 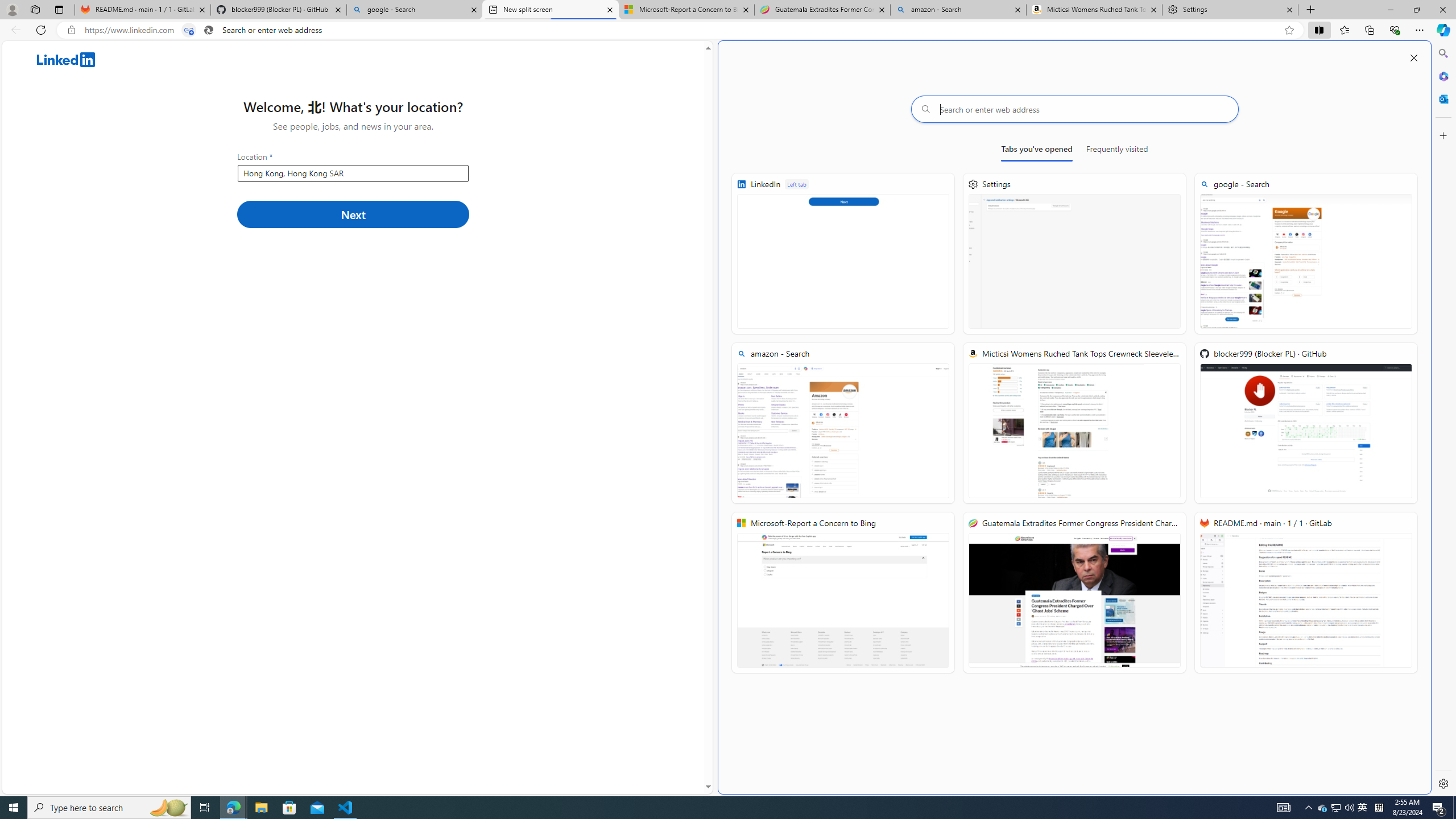 What do you see at coordinates (1074, 109) in the screenshot?
I see `'Search or enter web address'` at bounding box center [1074, 109].